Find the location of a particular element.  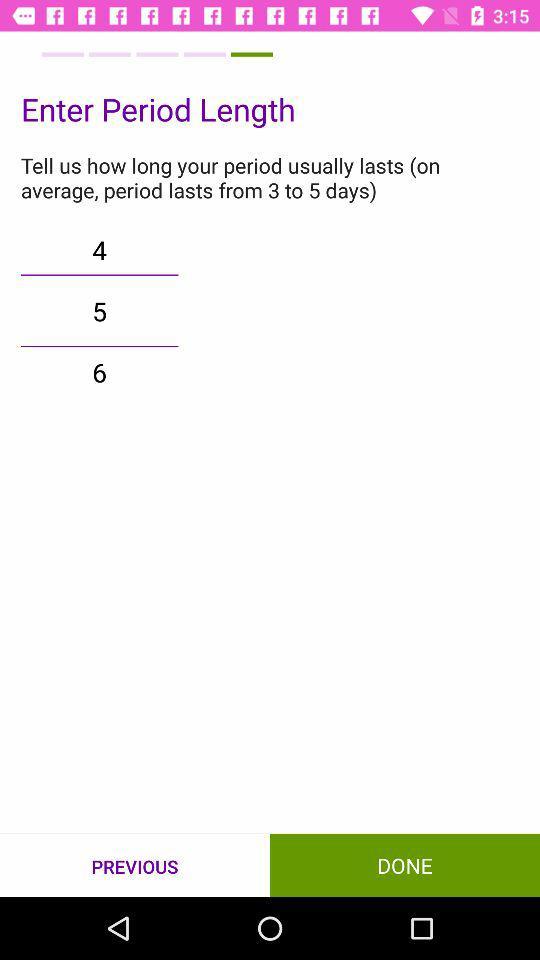

previous at the bottom left corner is located at coordinates (135, 865).